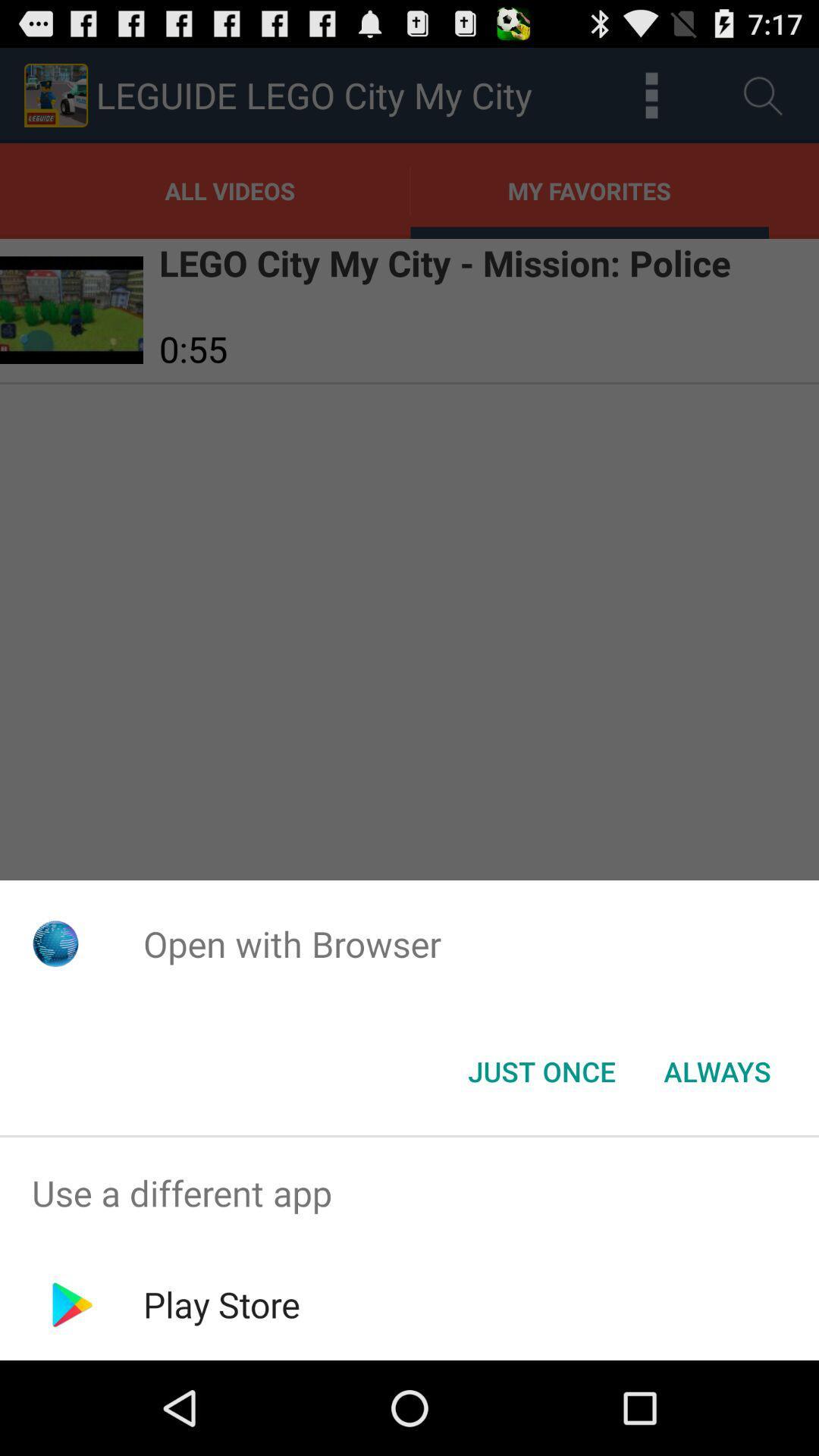  What do you see at coordinates (541, 1070) in the screenshot?
I see `just once icon` at bounding box center [541, 1070].